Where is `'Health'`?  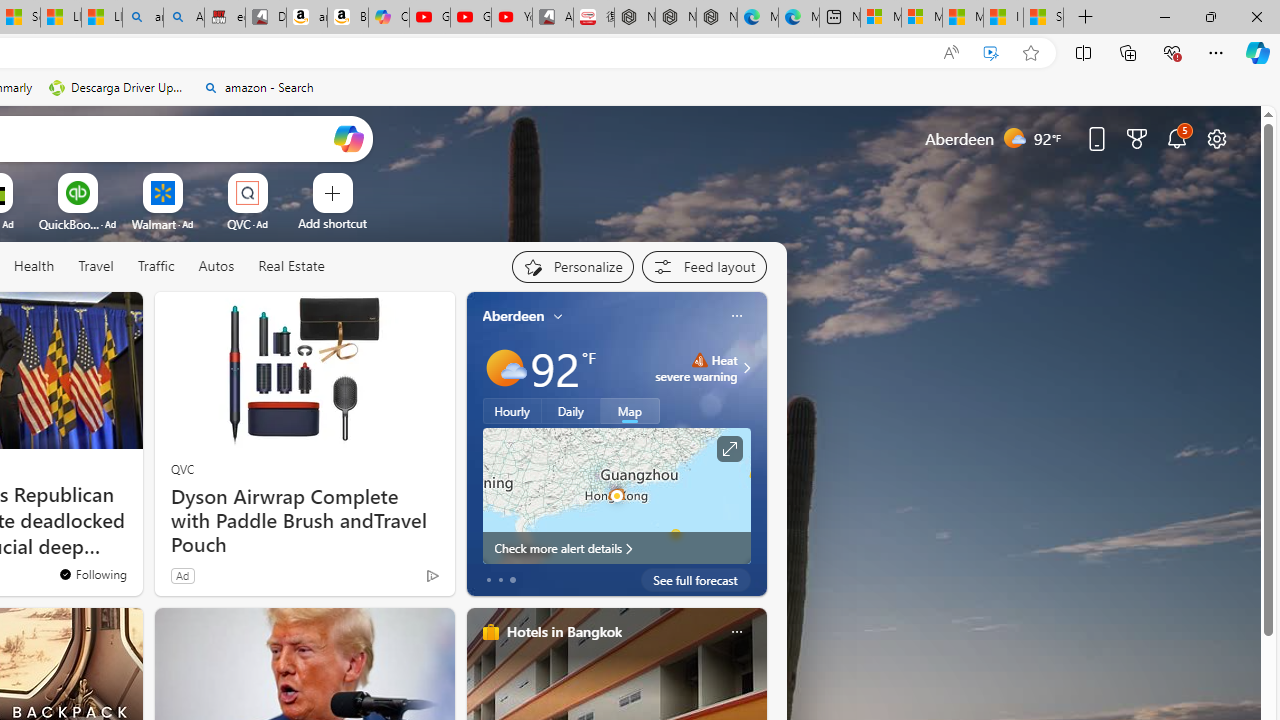 'Health' is located at coordinates (34, 265).